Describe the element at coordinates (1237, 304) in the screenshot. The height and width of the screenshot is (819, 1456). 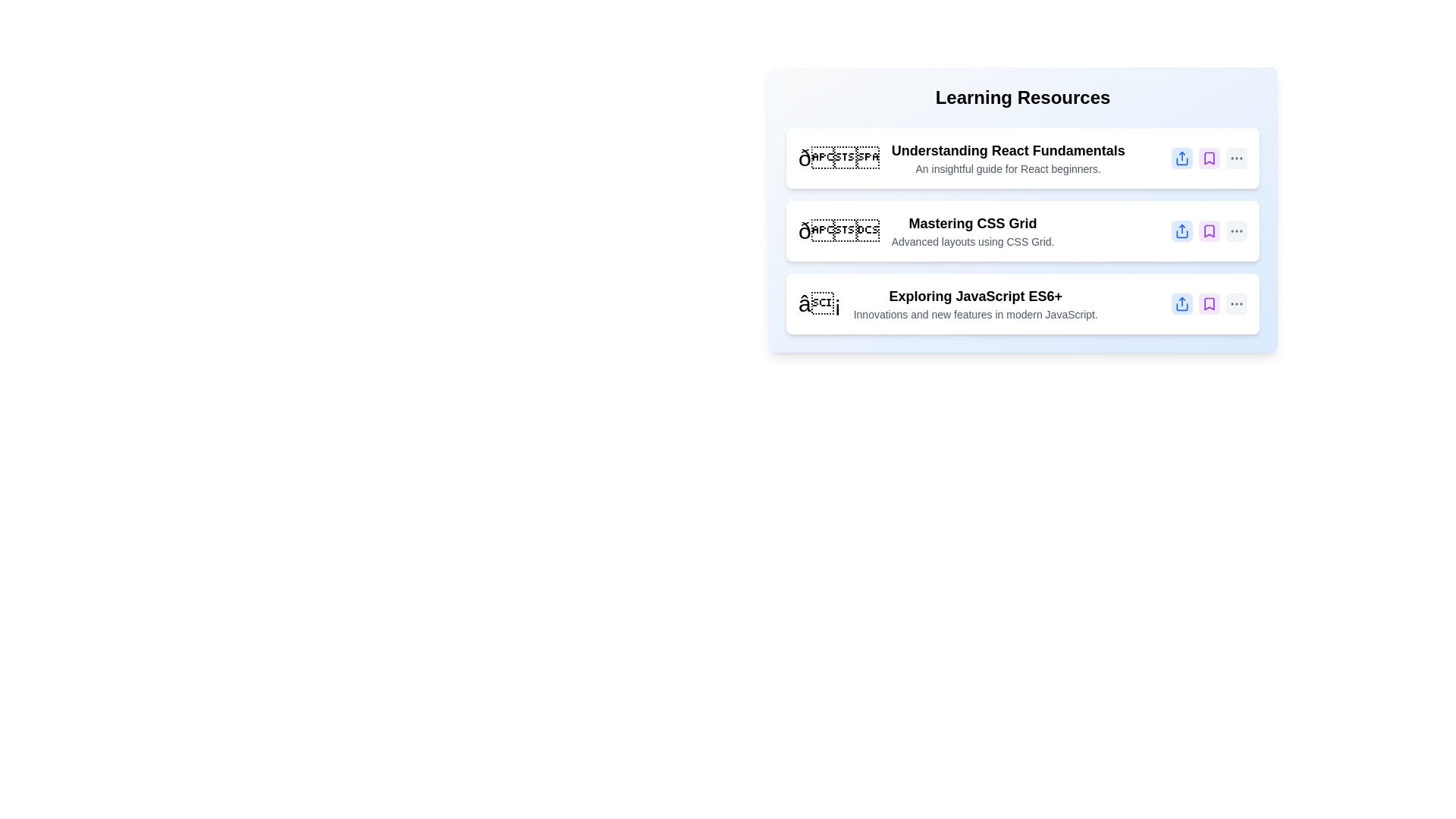
I see `'More Options' button for the item with title 'Exploring JavaScript ES6+'` at that location.